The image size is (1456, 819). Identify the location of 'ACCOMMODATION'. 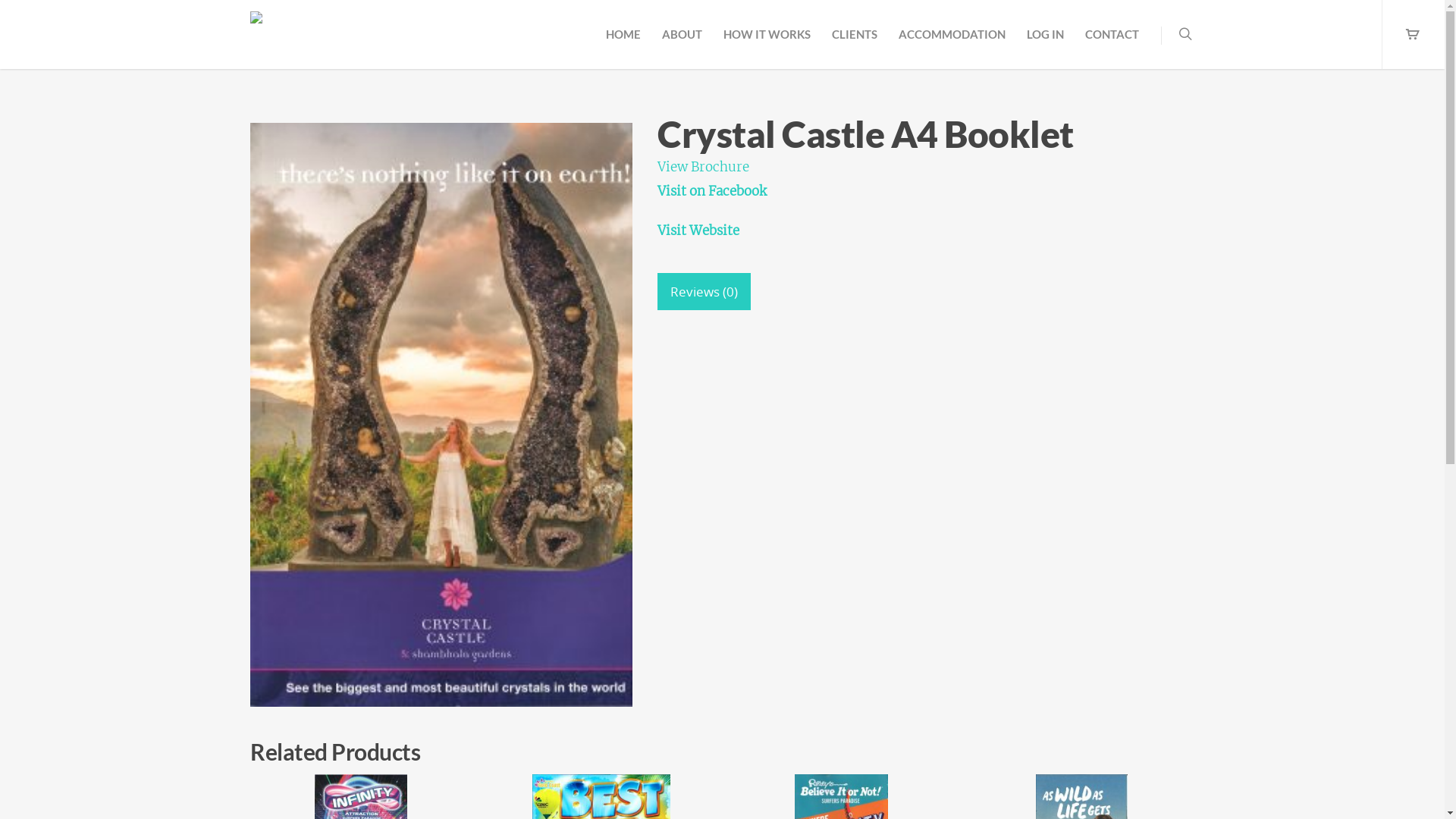
(951, 39).